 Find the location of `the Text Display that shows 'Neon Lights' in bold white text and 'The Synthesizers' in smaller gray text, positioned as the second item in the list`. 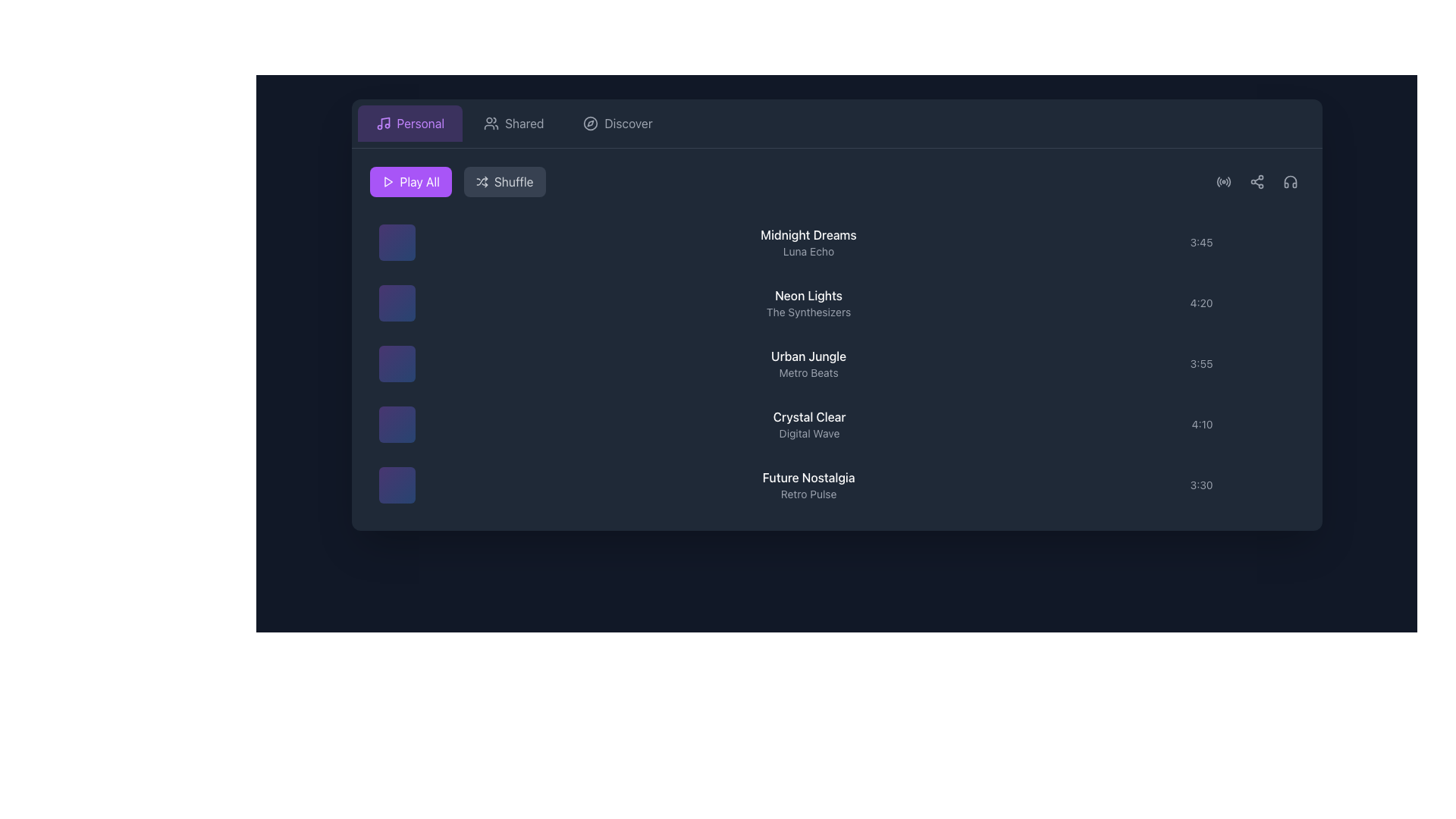

the Text Display that shows 'Neon Lights' in bold white text and 'The Synthesizers' in smaller gray text, positioned as the second item in the list is located at coordinates (808, 303).